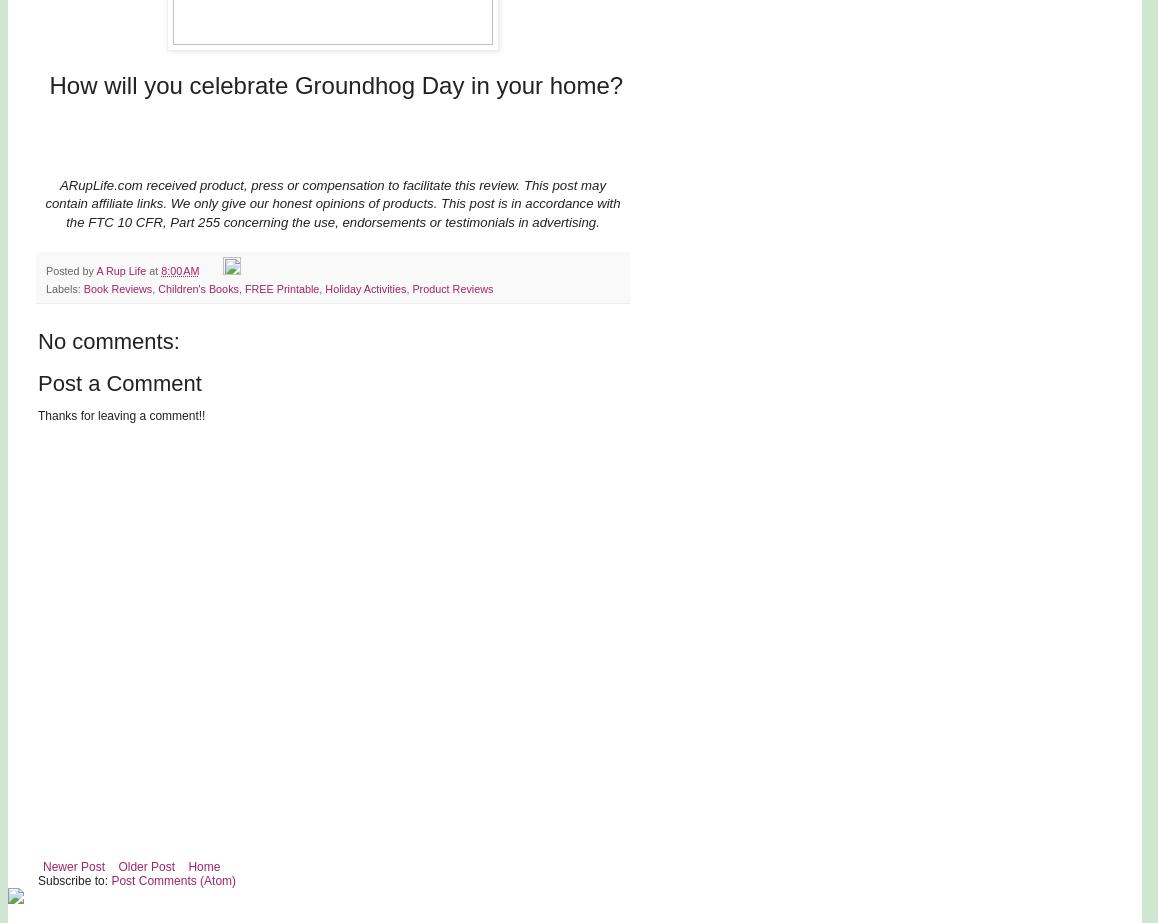 Image resolution: width=1158 pixels, height=923 pixels. What do you see at coordinates (44, 270) in the screenshot?
I see `'Posted by'` at bounding box center [44, 270].